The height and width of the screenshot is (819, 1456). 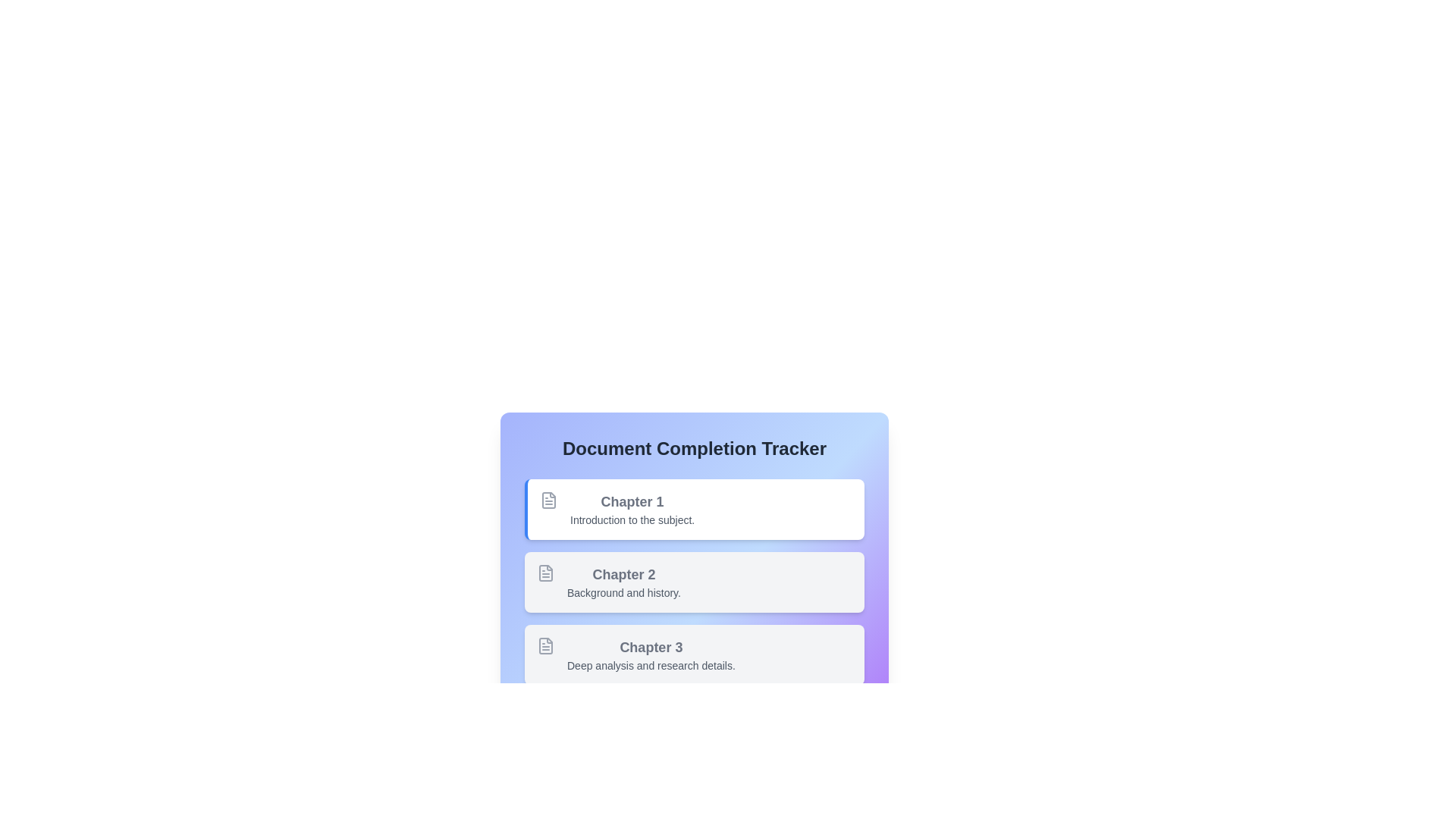 What do you see at coordinates (546, 573) in the screenshot?
I see `the icon representing the document associated with 'Chapter 2 Background and history', which is located to the left of the title 'Chapter 2'` at bounding box center [546, 573].